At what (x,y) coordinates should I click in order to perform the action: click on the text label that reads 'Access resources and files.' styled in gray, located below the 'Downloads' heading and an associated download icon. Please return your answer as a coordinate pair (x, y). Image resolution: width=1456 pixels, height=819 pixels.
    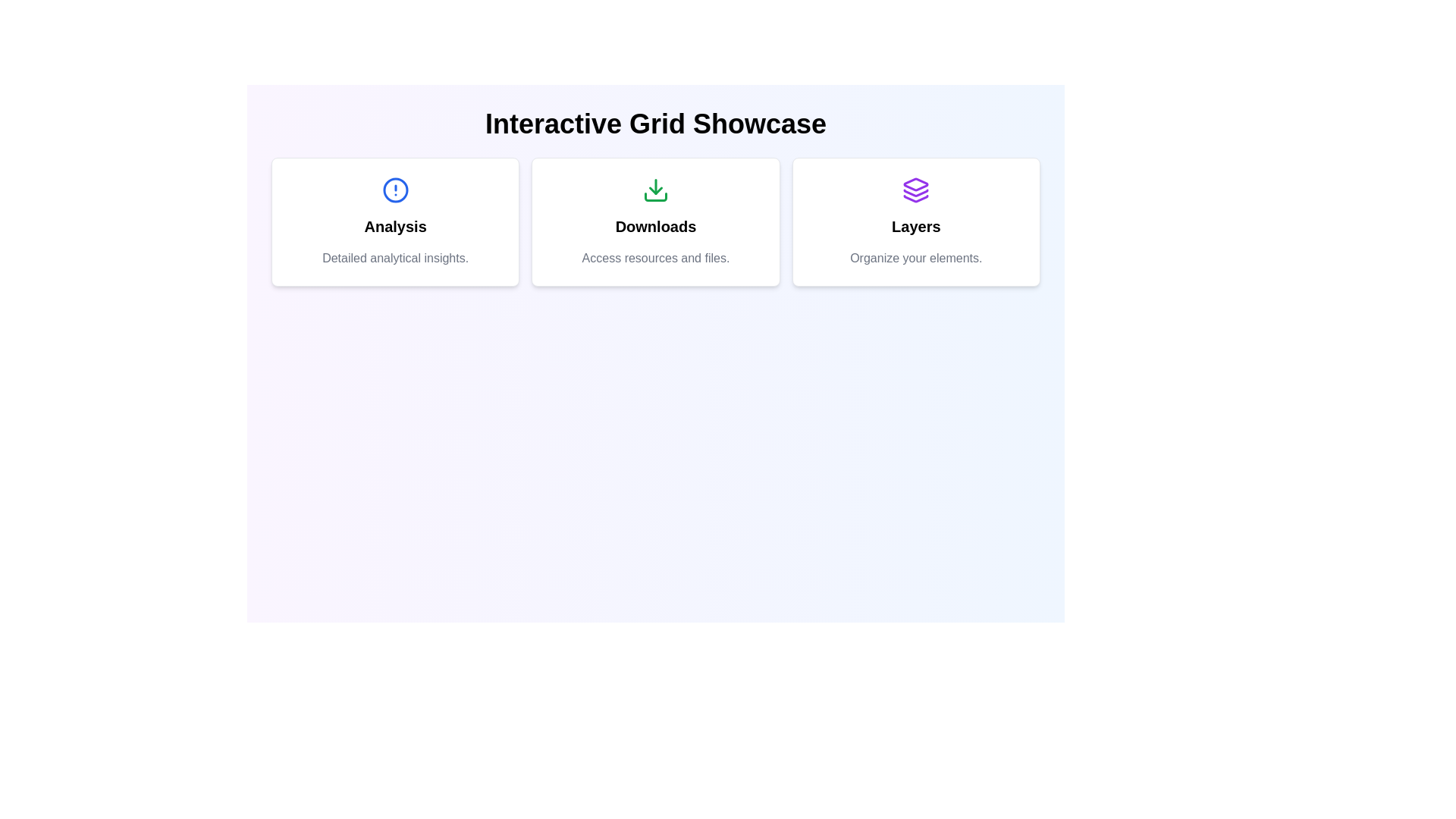
    Looking at the image, I should click on (655, 257).